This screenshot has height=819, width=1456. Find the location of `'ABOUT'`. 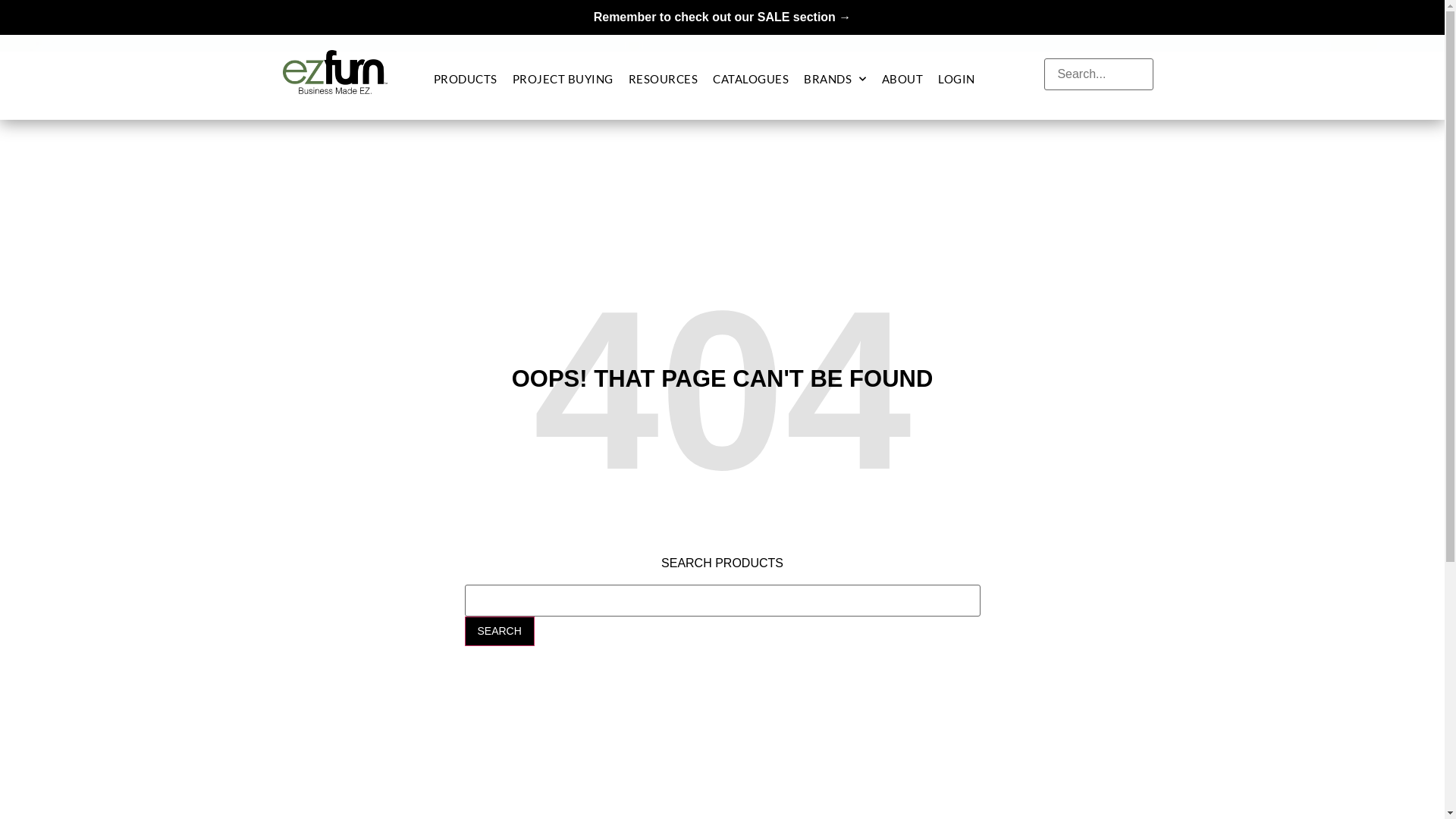

'ABOUT' is located at coordinates (902, 79).